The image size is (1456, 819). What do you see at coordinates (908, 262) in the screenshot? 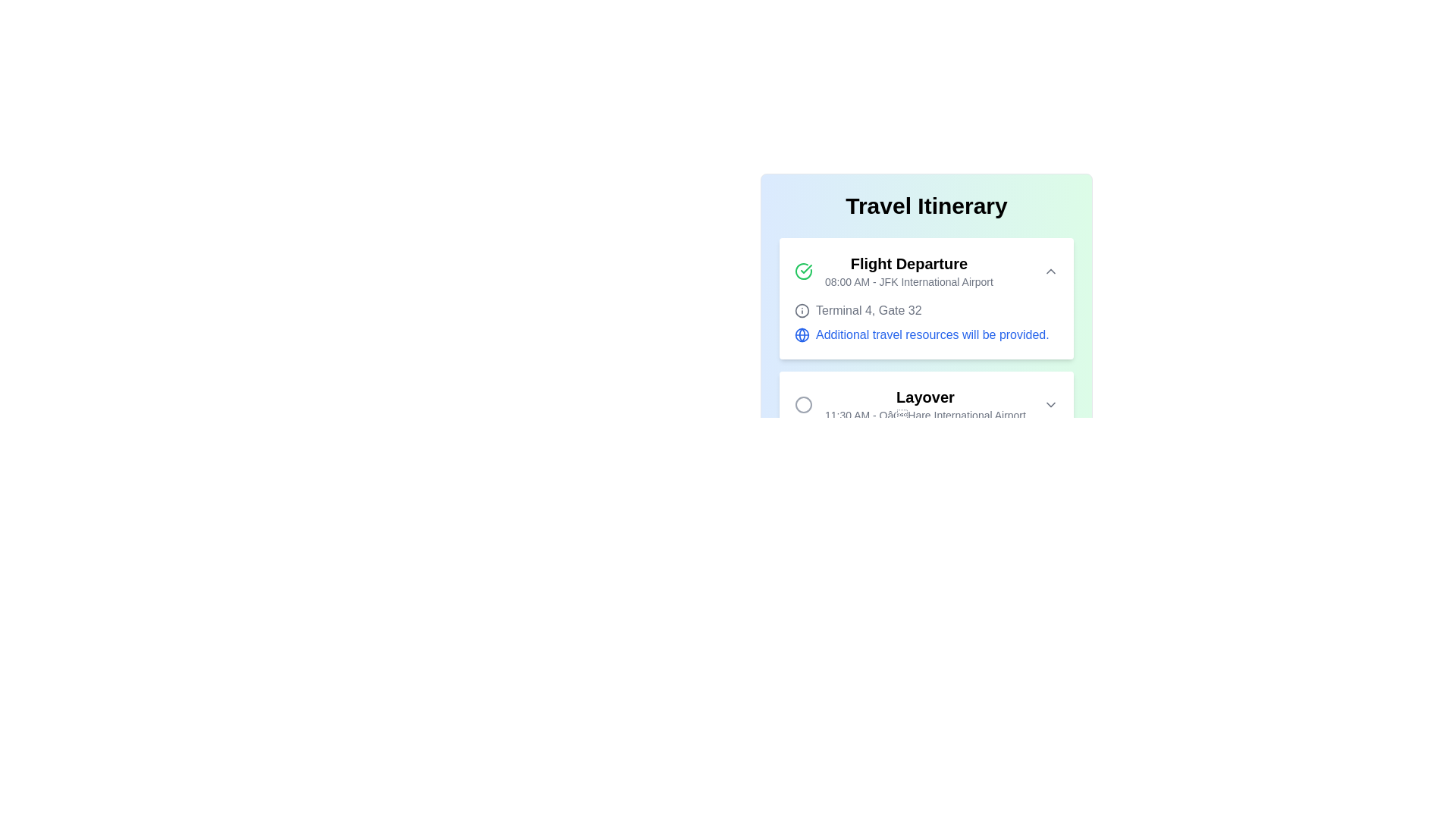
I see `text label 'Flight Departure' at the top of the travel itinerary card` at bounding box center [908, 262].